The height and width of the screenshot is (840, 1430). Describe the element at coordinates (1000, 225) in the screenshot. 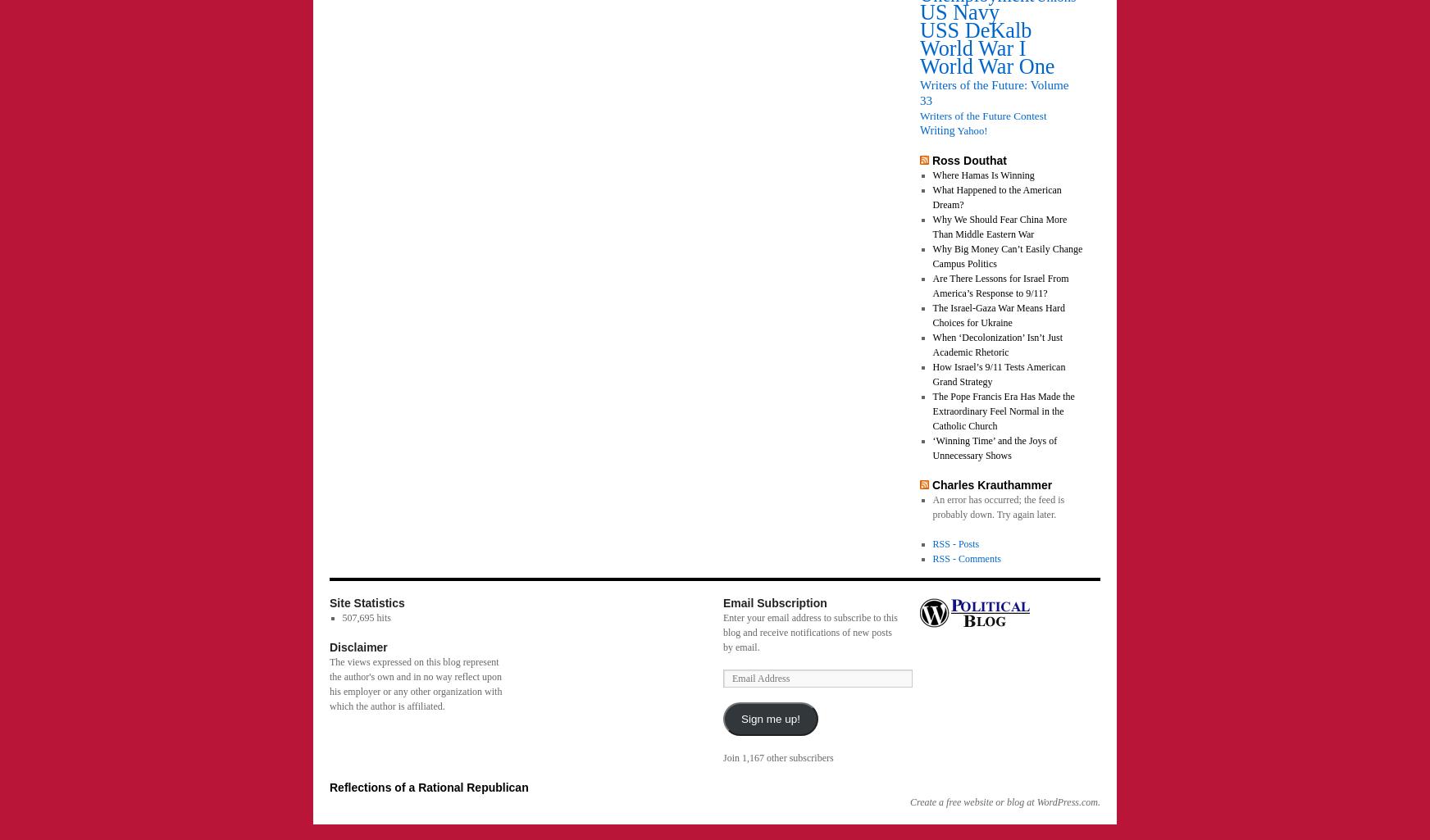

I see `'Why We Should Fear China More Than Middle Eastern War'` at that location.